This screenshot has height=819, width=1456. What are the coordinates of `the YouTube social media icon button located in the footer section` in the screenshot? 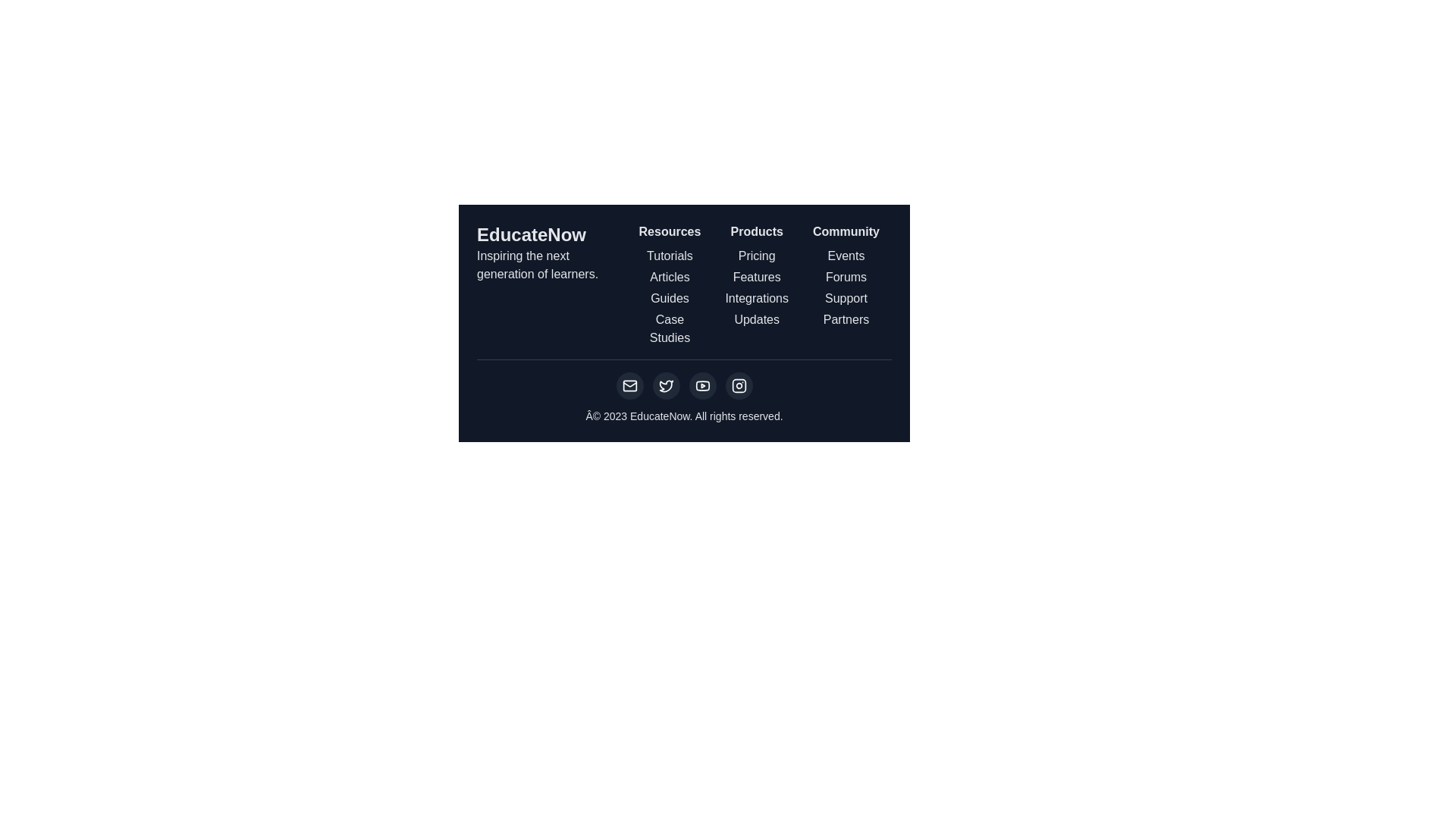 It's located at (701, 385).